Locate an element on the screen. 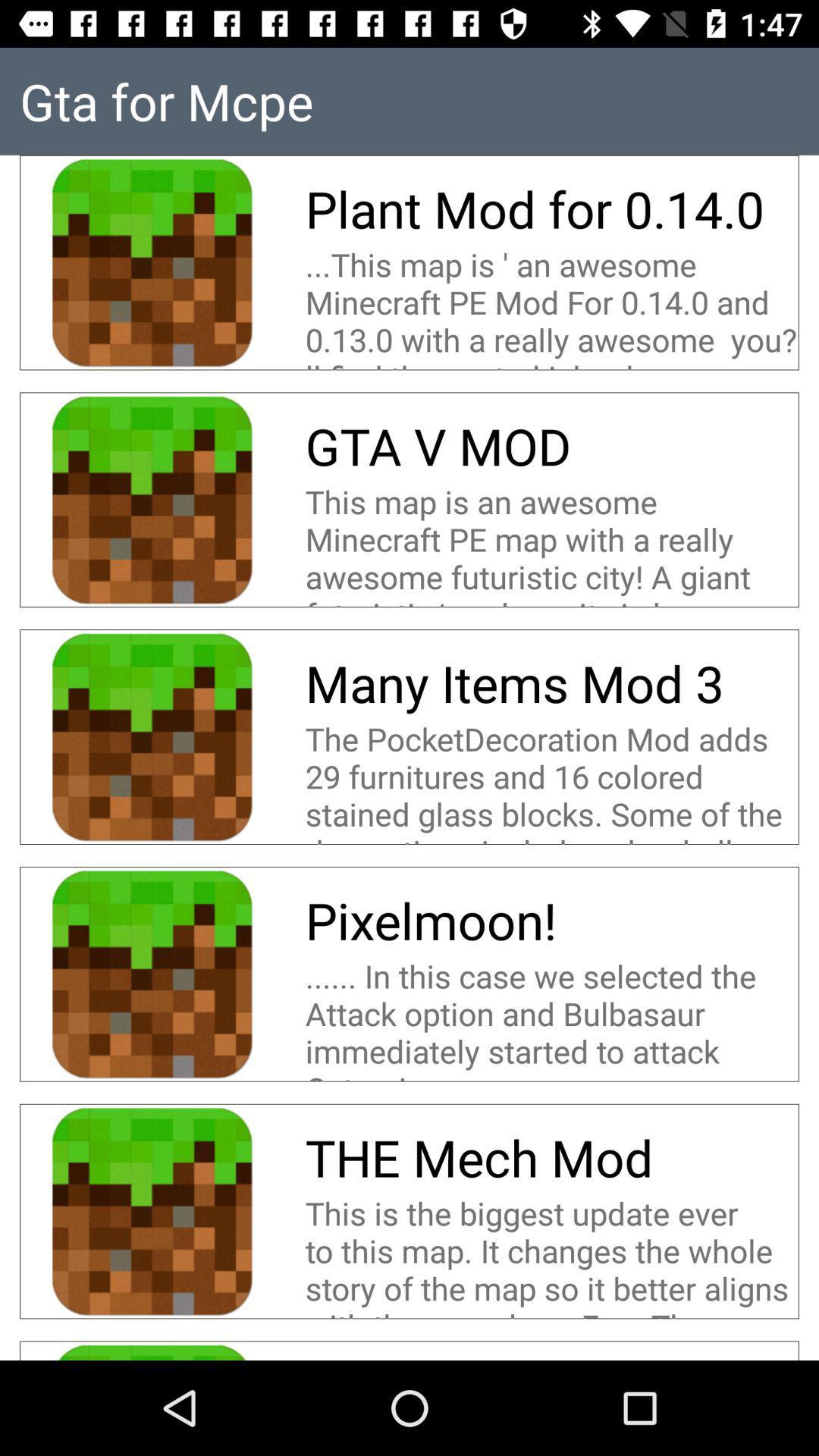 This screenshot has height=1456, width=819. the app below the this map is app is located at coordinates (438, 445).